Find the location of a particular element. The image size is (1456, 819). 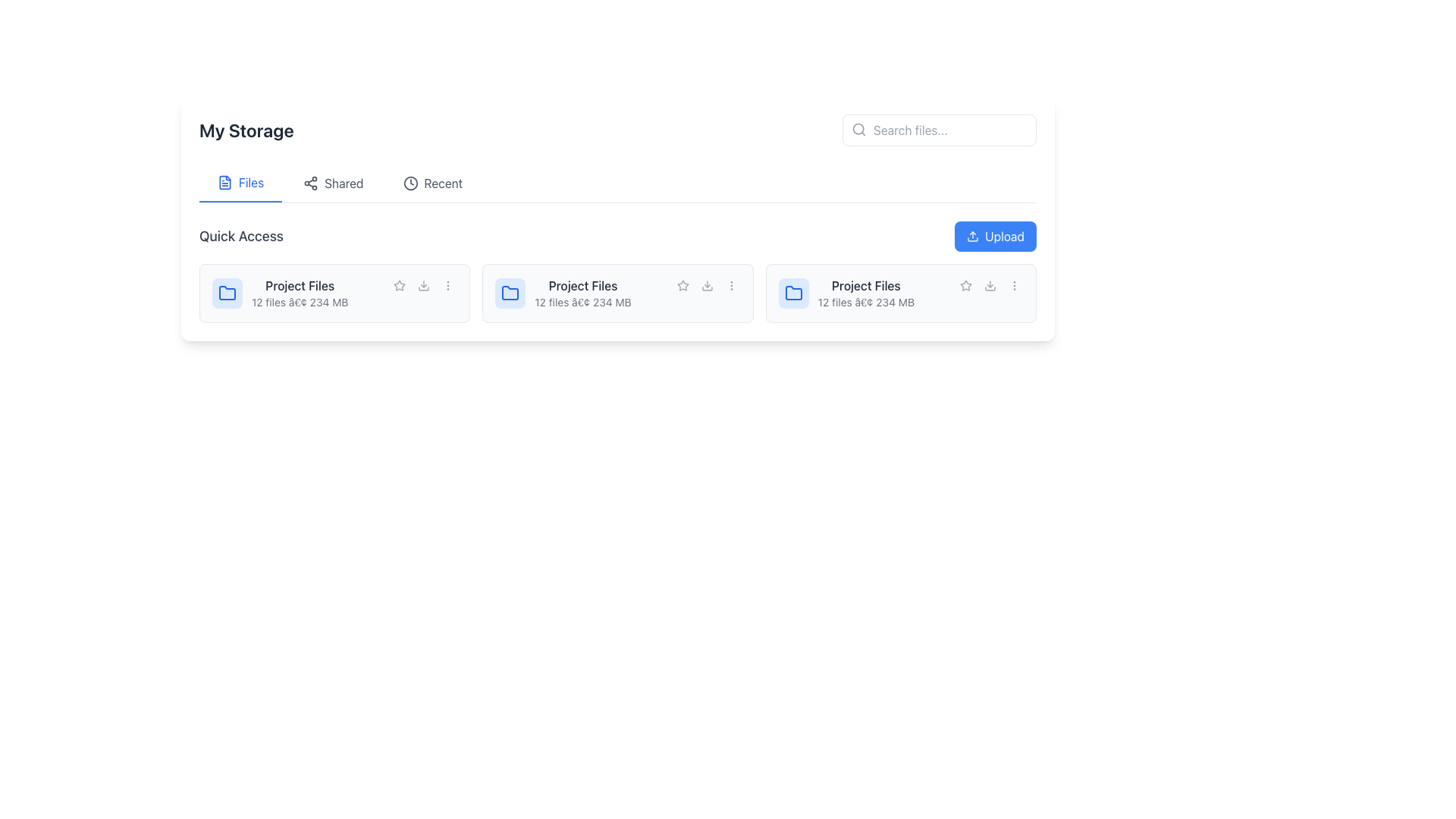

the 'Recent' label in the navigation bar is located at coordinates (442, 183).